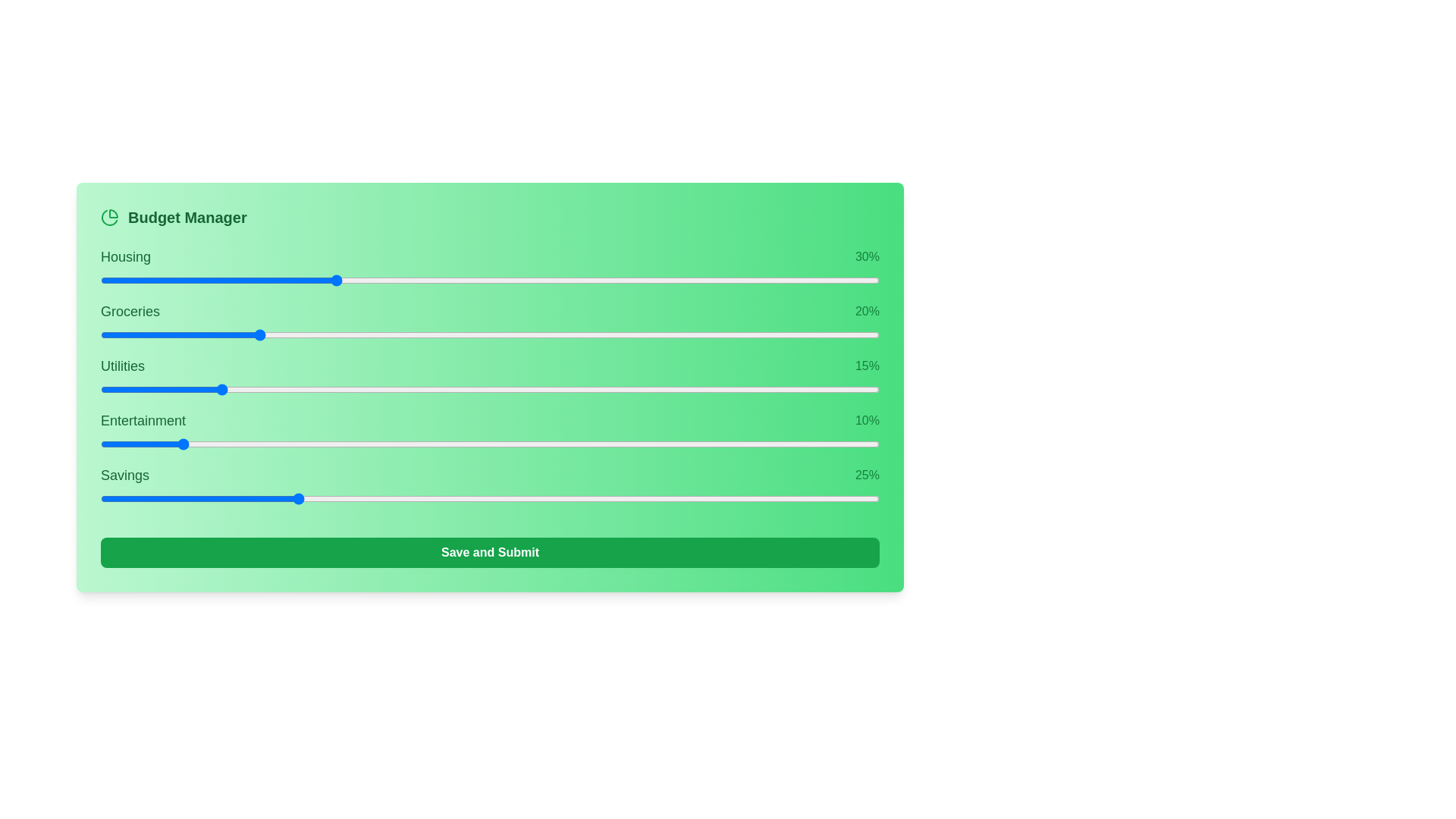 The width and height of the screenshot is (1456, 819). What do you see at coordinates (668, 444) in the screenshot?
I see `the slider for 3 to 46% allocation` at bounding box center [668, 444].